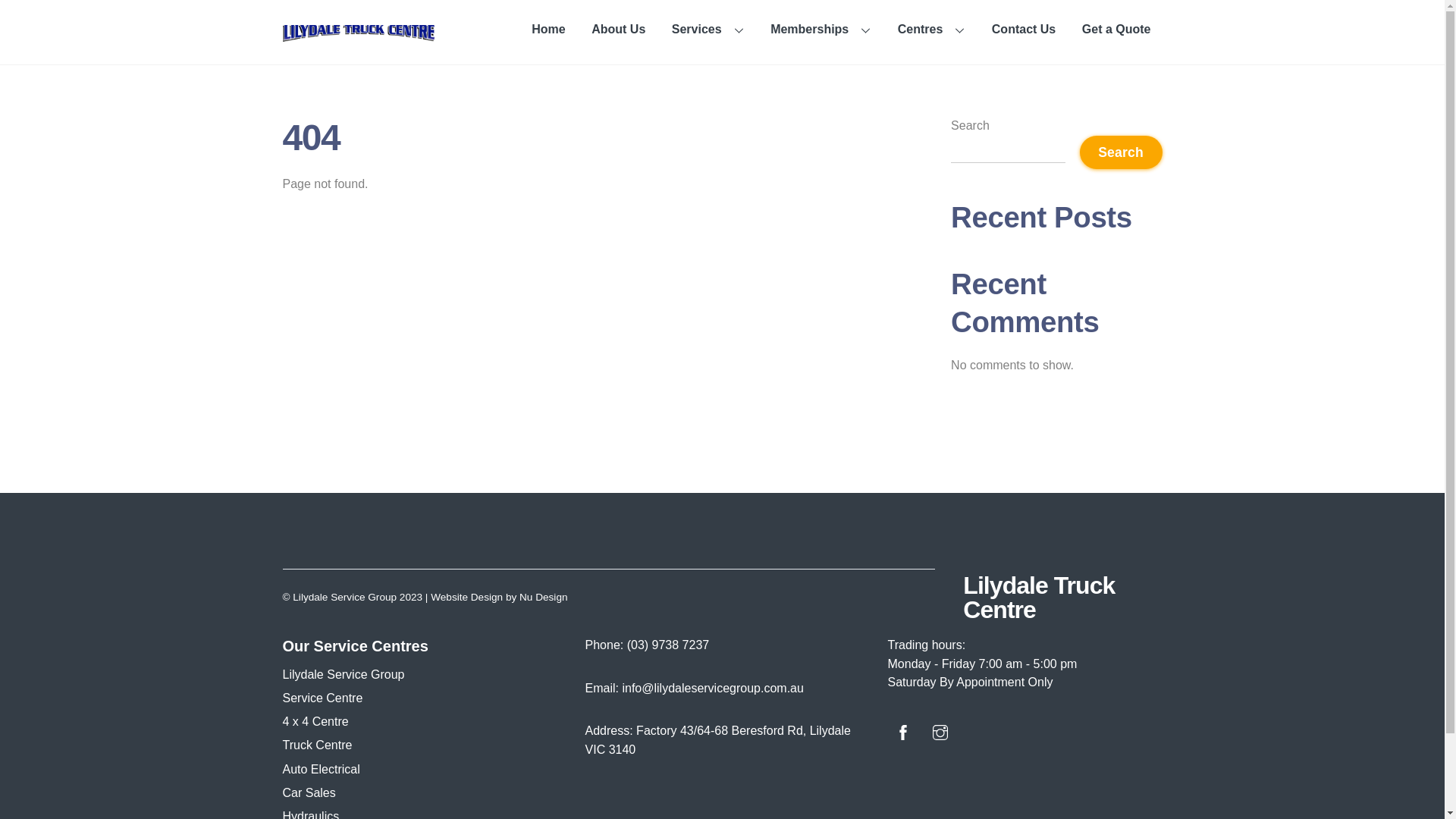 The height and width of the screenshot is (819, 1456). I want to click on 'About Us', so click(618, 29).